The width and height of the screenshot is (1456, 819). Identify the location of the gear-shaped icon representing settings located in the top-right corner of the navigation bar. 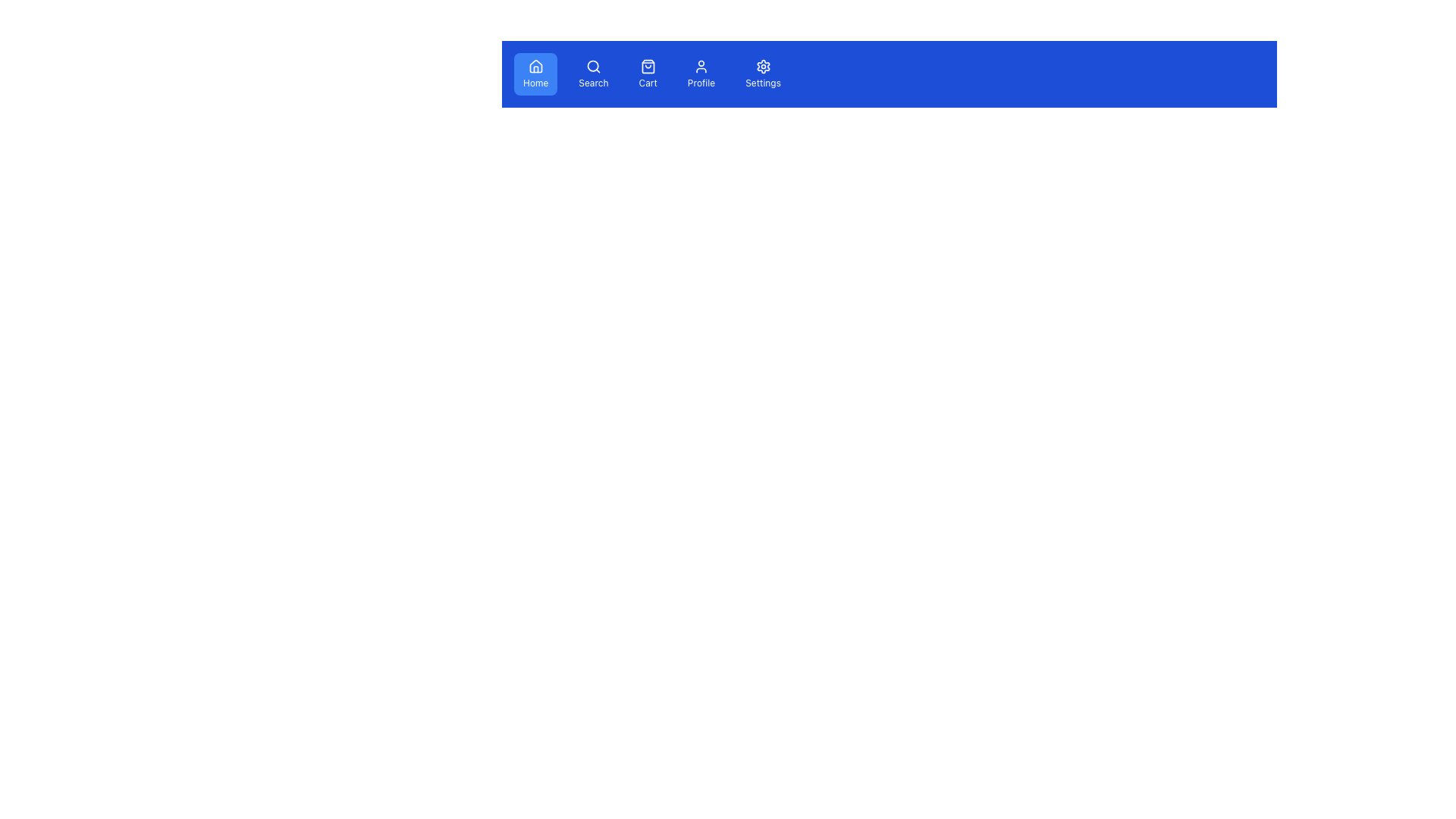
(763, 66).